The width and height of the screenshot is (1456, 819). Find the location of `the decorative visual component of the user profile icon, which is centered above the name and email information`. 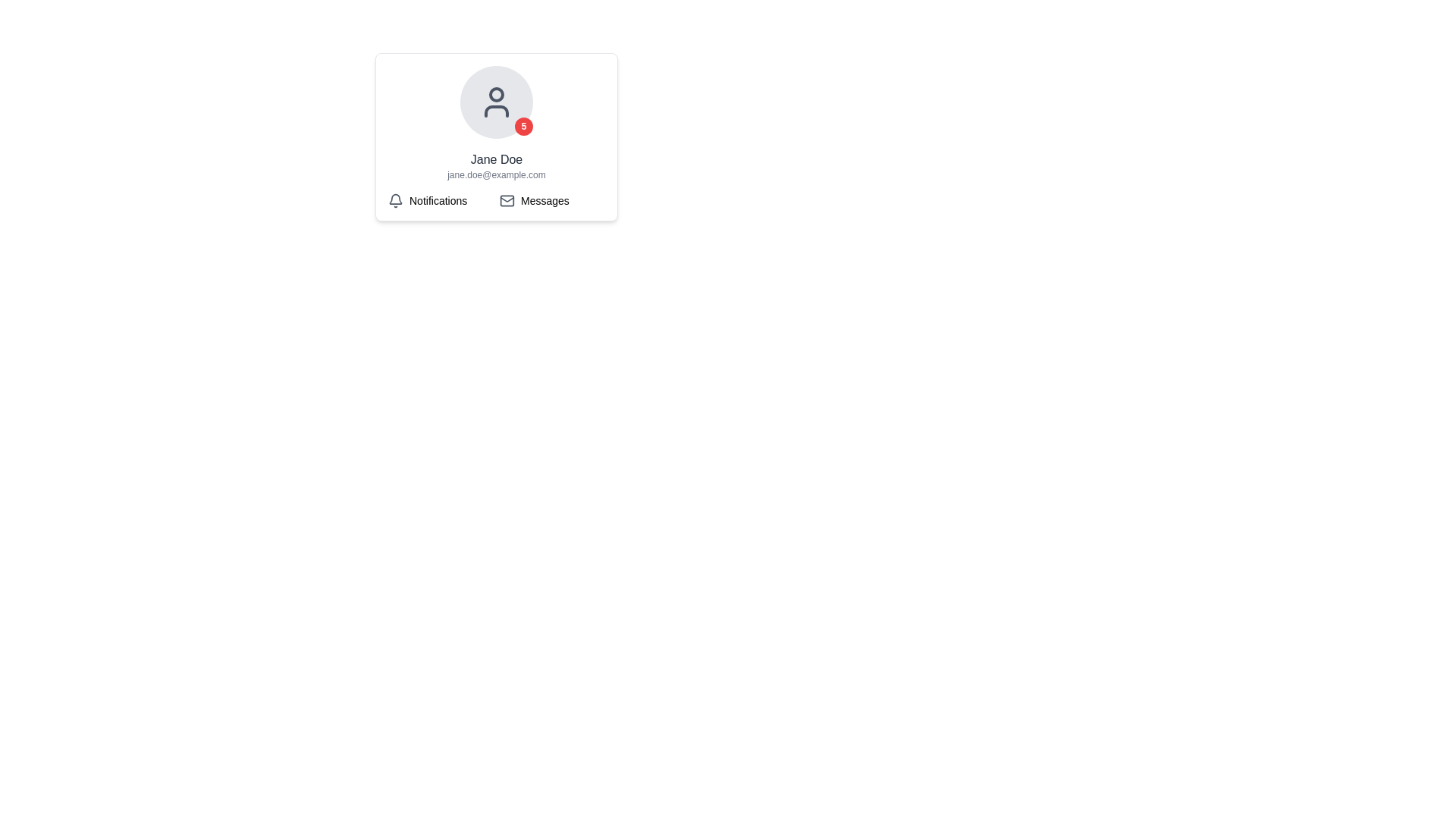

the decorative visual component of the user profile icon, which is centered above the name and email information is located at coordinates (496, 110).